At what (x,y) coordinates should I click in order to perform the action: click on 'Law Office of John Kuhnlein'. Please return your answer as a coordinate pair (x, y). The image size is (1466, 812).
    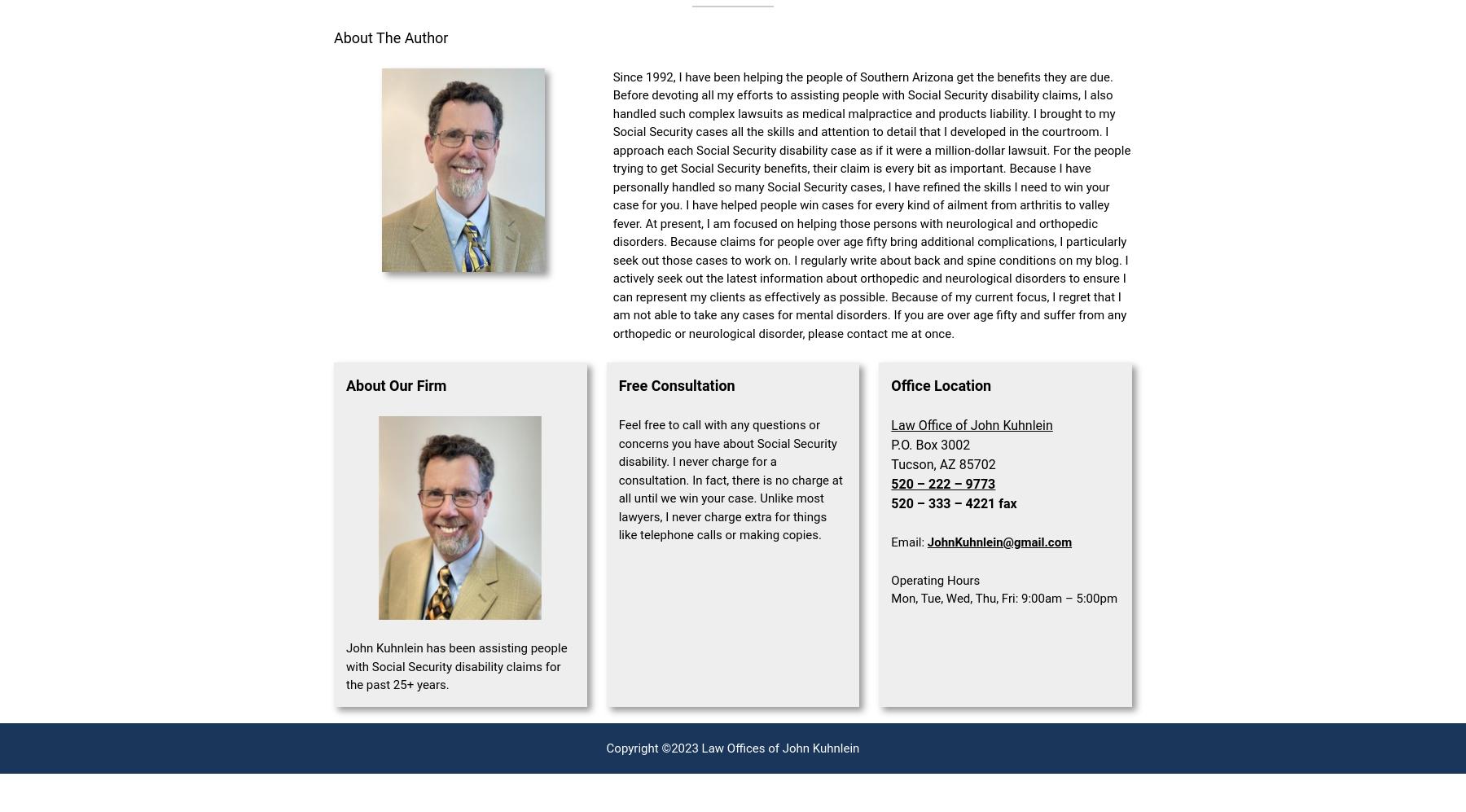
    Looking at the image, I should click on (971, 424).